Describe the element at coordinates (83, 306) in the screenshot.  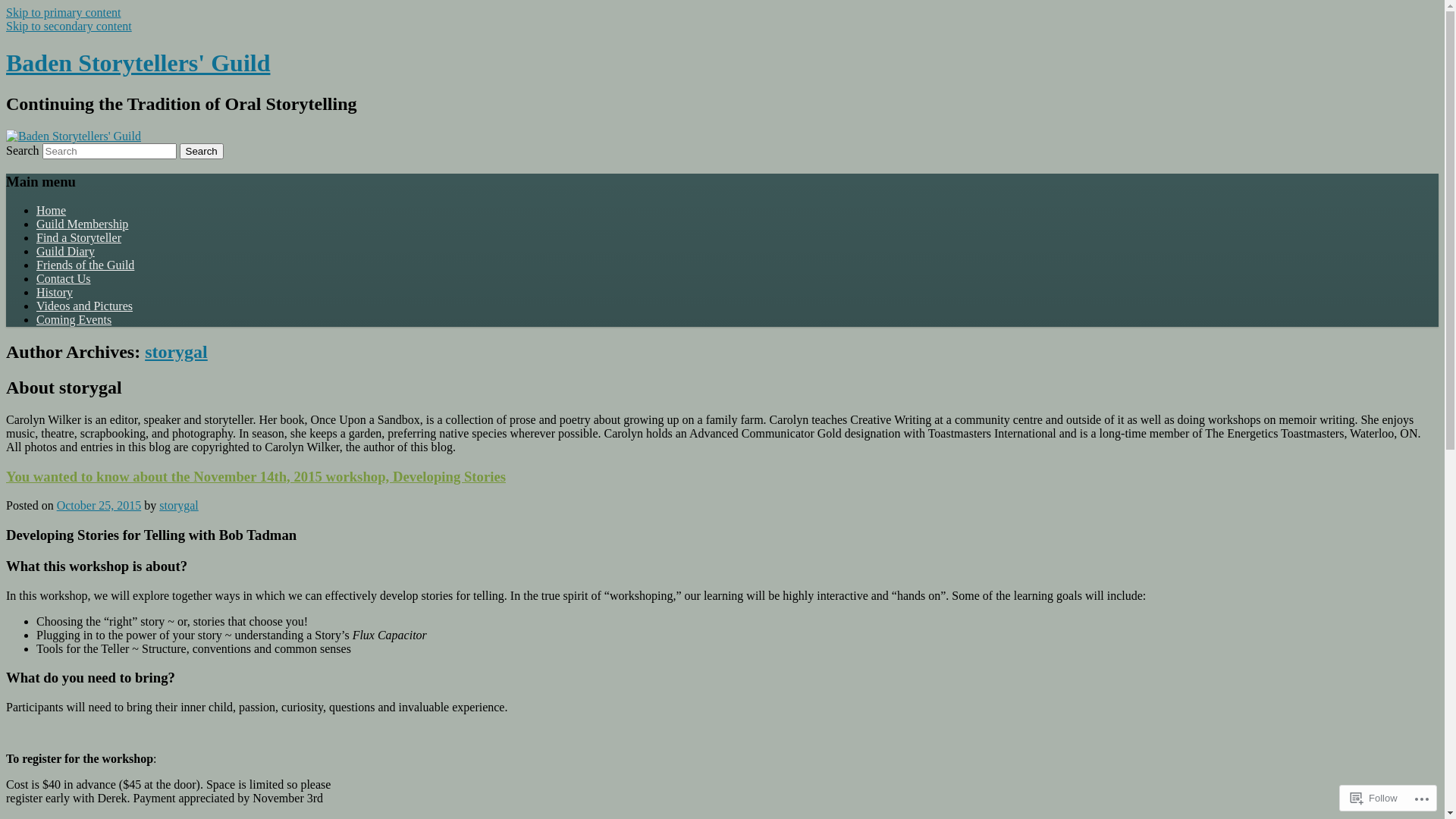
I see `'Videos and Pictures'` at that location.